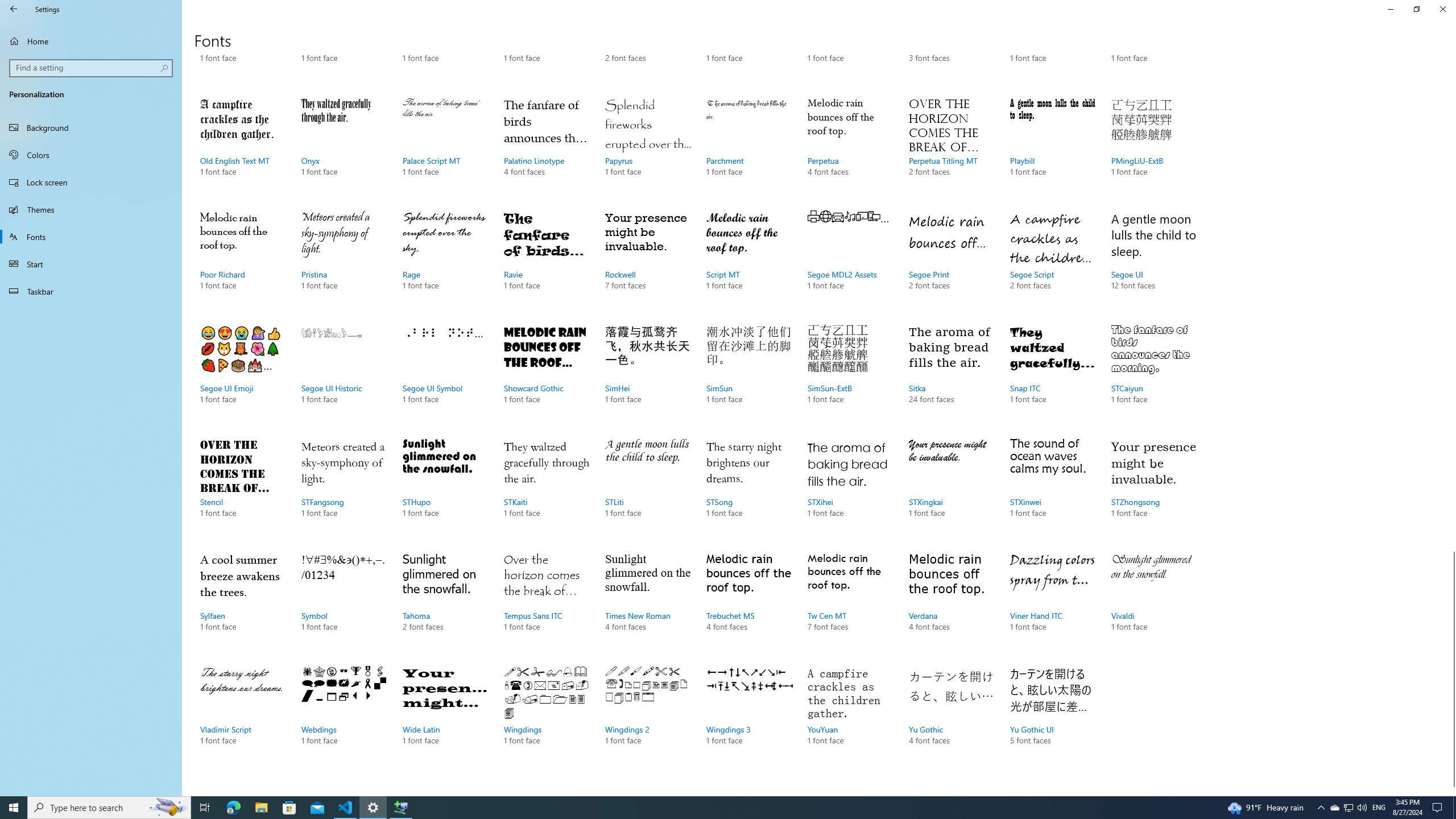 The width and height of the screenshot is (1456, 819). What do you see at coordinates (90, 263) in the screenshot?
I see `'Start'` at bounding box center [90, 263].